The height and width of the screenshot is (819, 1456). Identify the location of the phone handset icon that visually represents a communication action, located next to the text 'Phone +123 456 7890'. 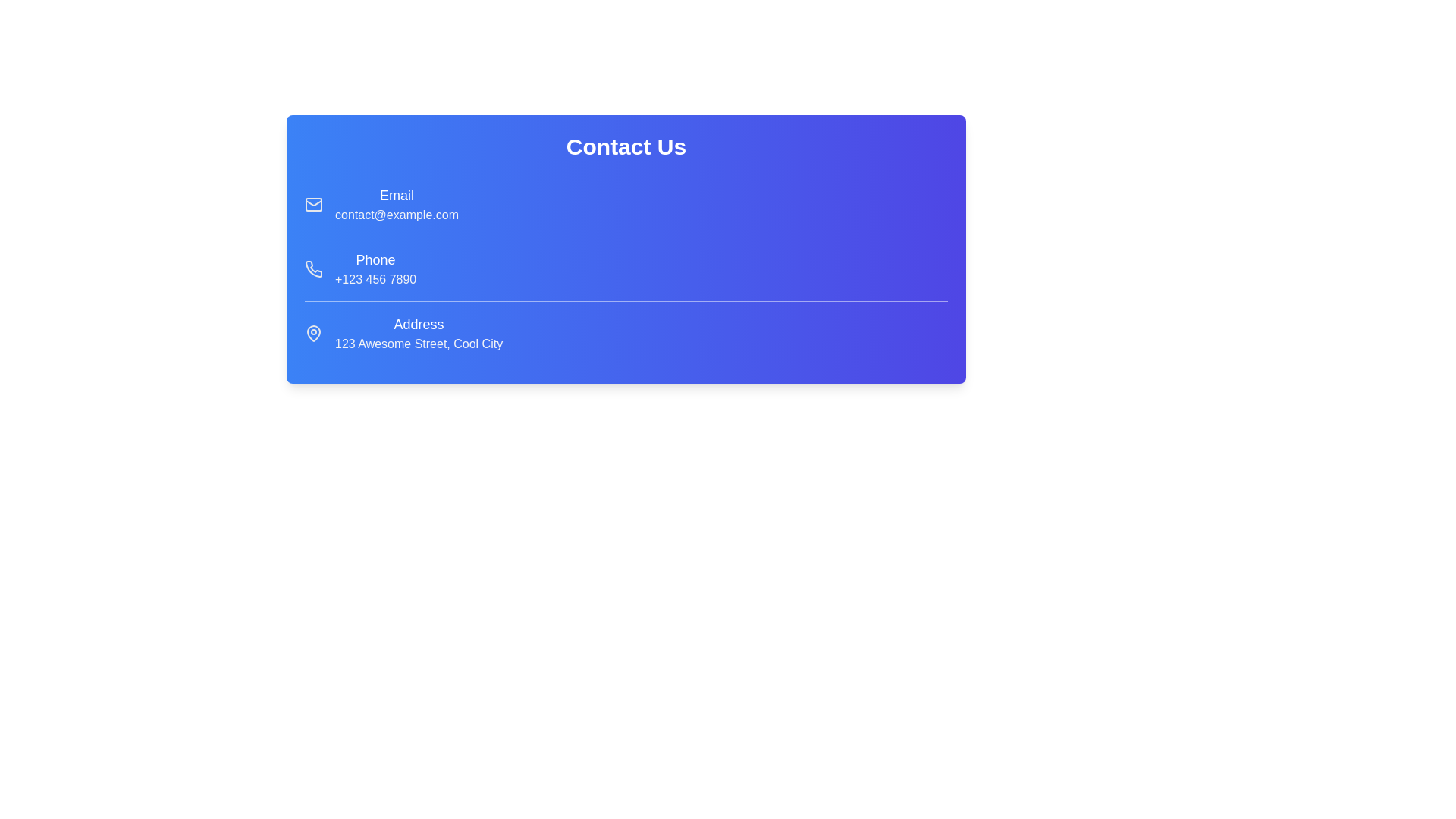
(312, 268).